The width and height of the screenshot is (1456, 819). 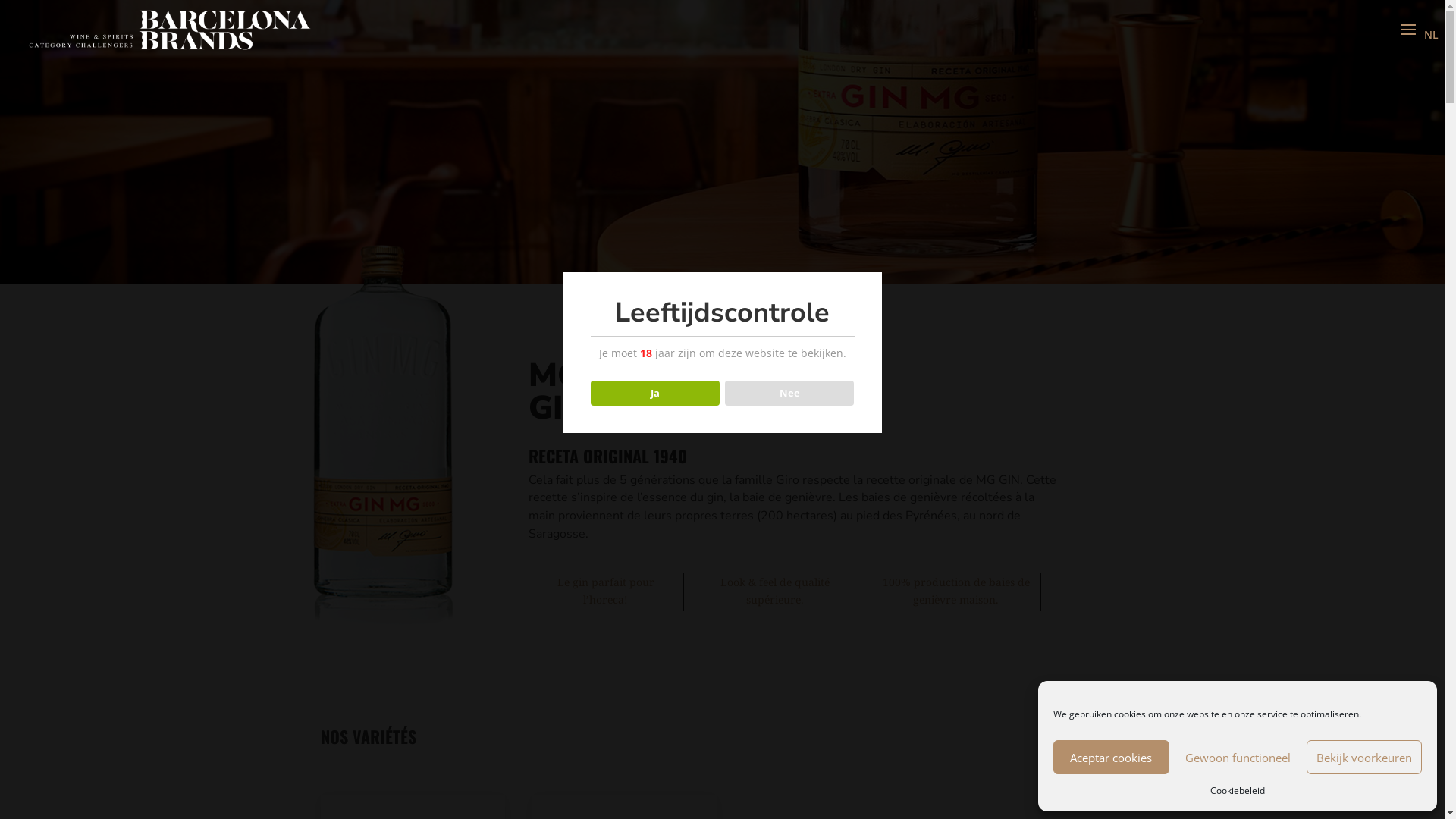 What do you see at coordinates (1111, 757) in the screenshot?
I see `'Aceptar cookies'` at bounding box center [1111, 757].